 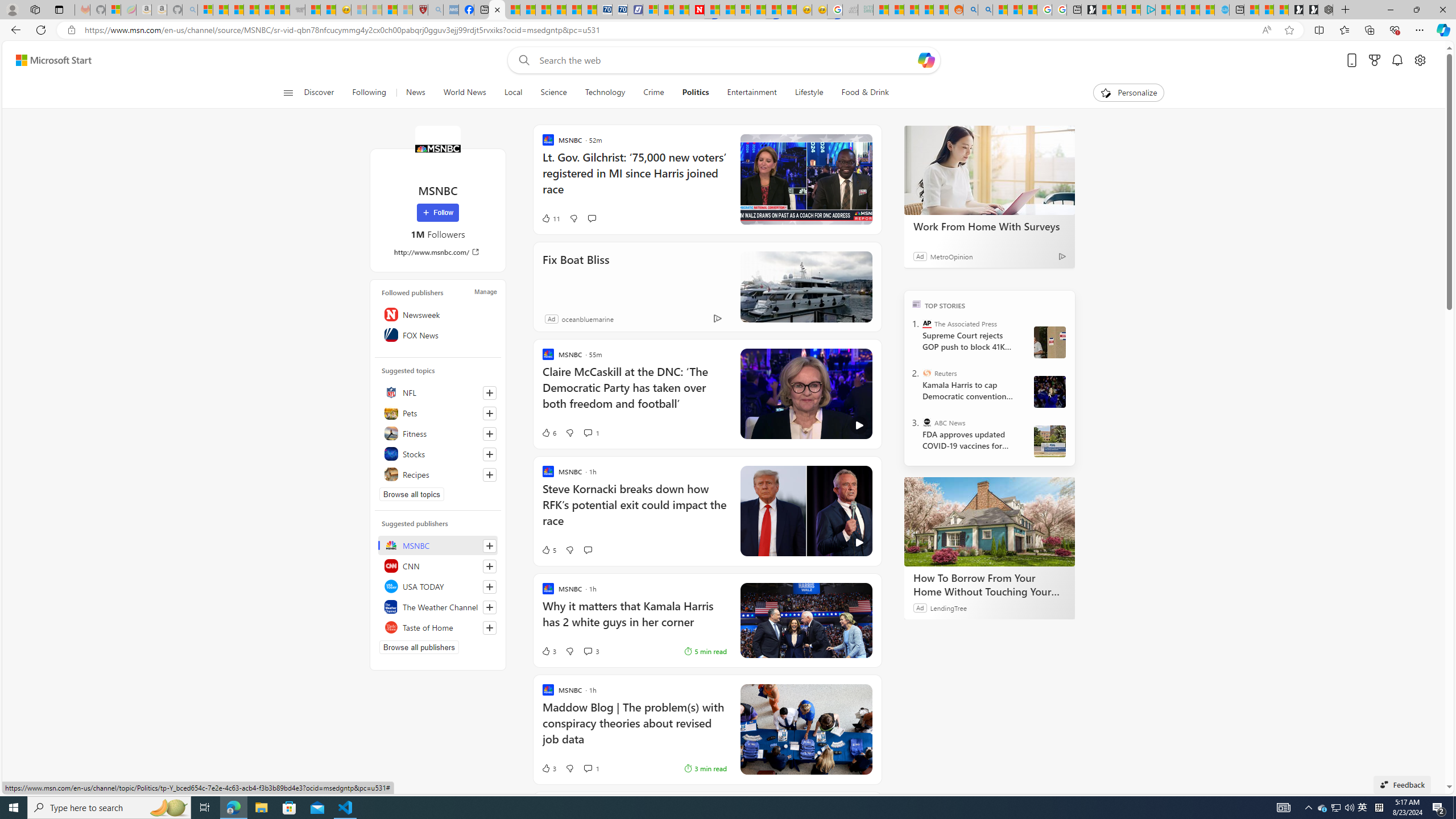 I want to click on 'Dislike', so click(x=570, y=768).